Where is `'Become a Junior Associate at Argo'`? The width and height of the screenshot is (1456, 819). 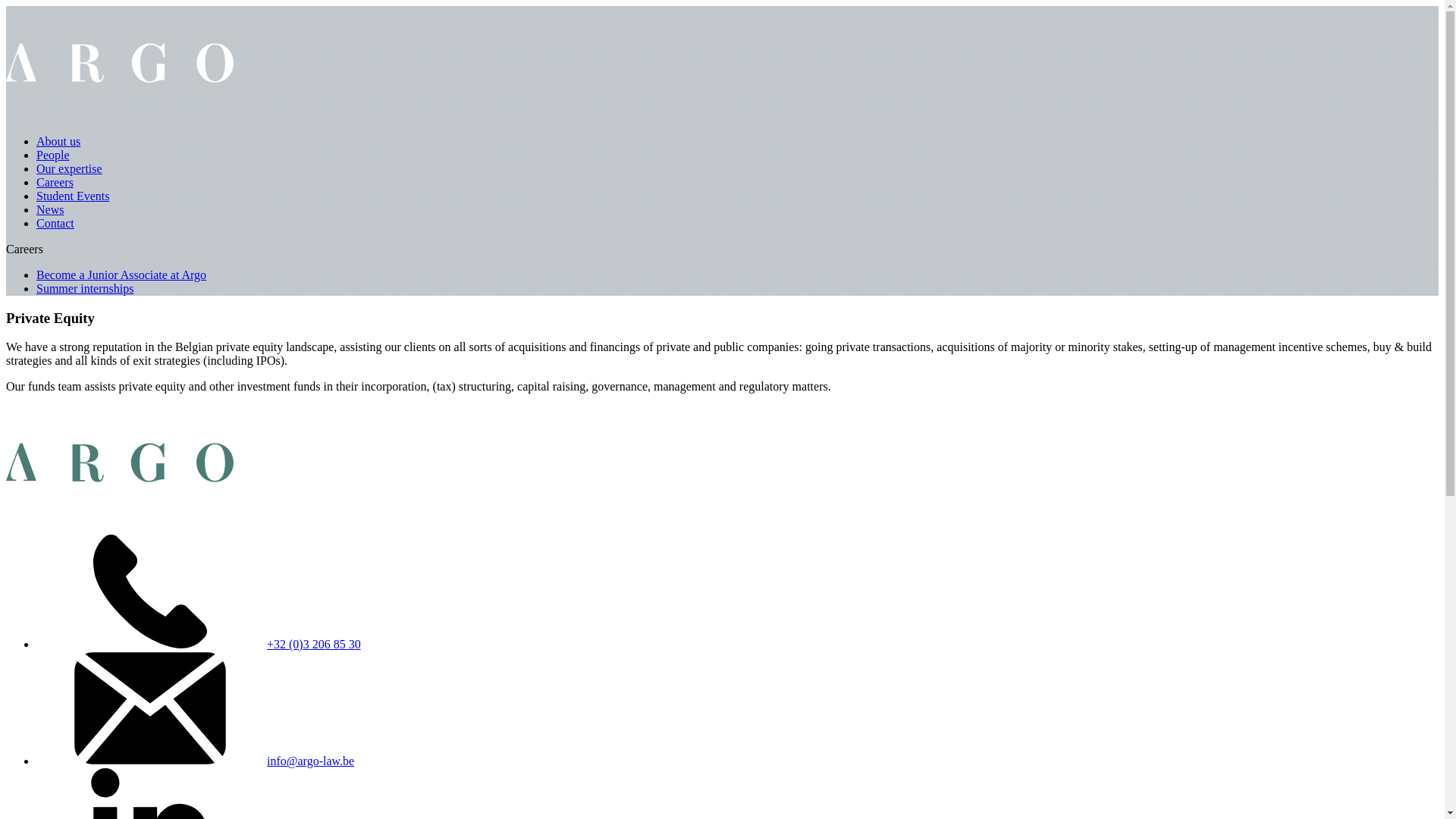 'Become a Junior Associate at Argo' is located at coordinates (120, 275).